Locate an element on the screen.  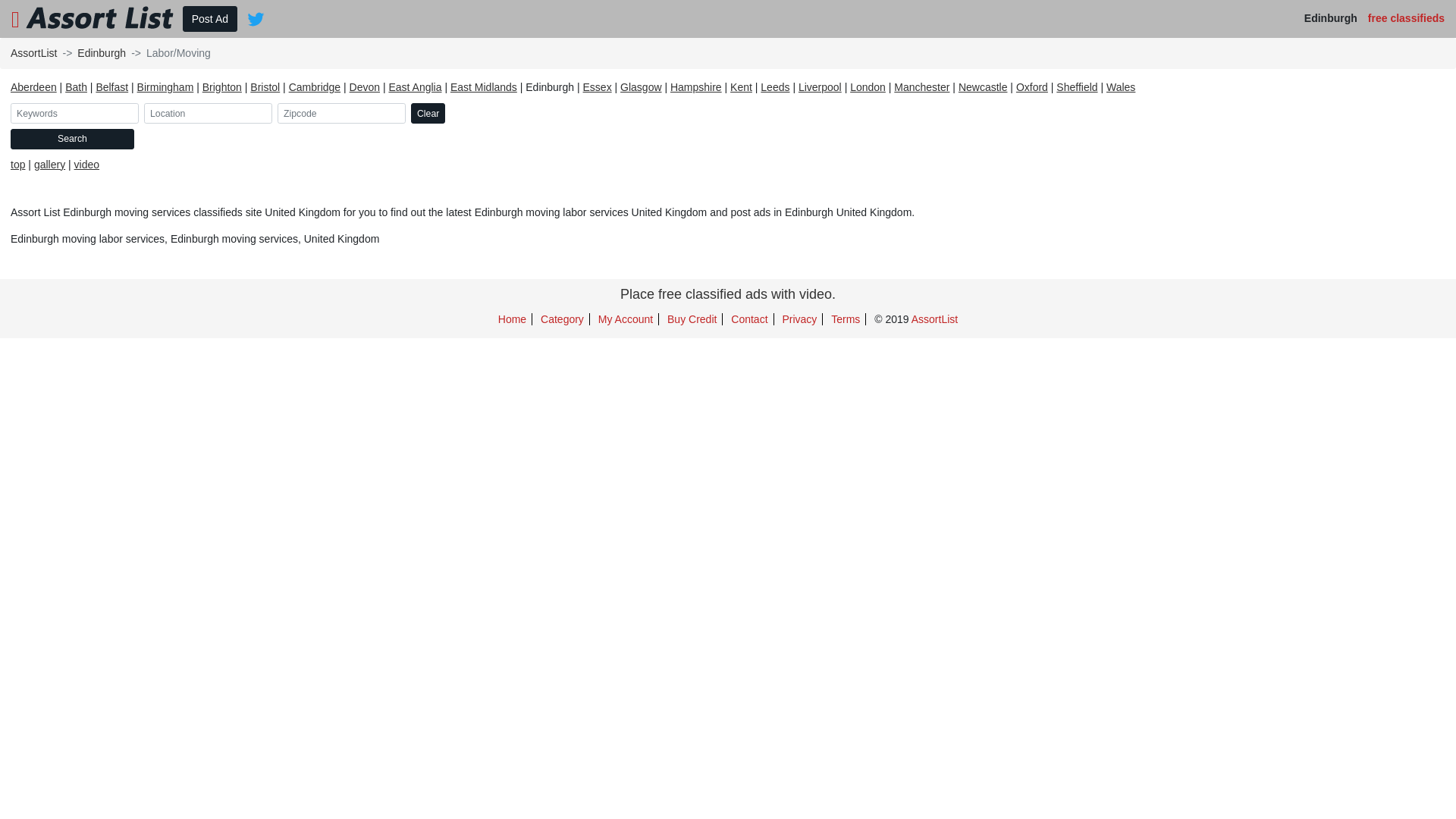
'Wales' is located at coordinates (1121, 87).